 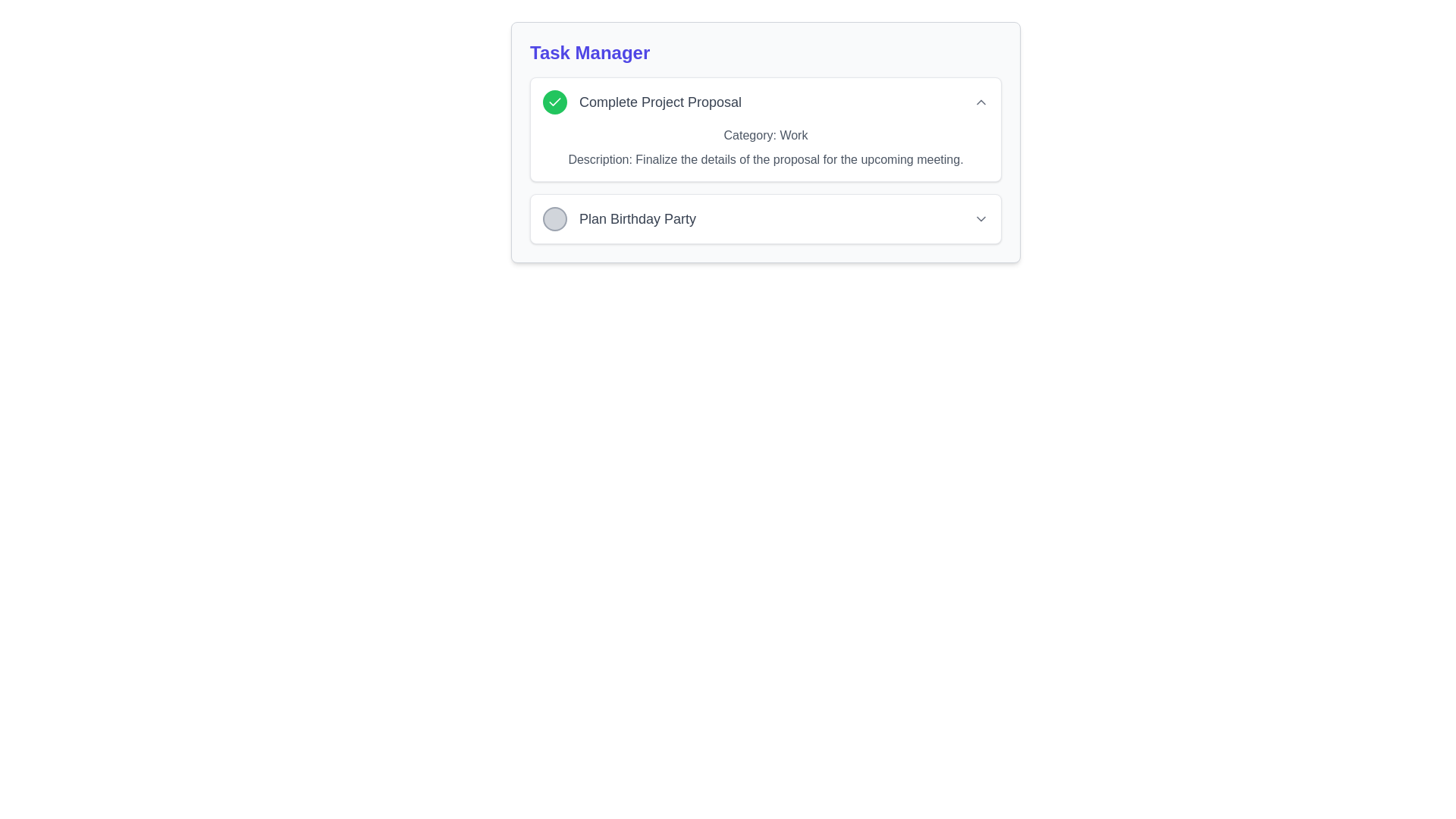 I want to click on the Text Display element that shows details about the task 'Complete Project Proposal', located below the title within the task card, so click(x=765, y=148).